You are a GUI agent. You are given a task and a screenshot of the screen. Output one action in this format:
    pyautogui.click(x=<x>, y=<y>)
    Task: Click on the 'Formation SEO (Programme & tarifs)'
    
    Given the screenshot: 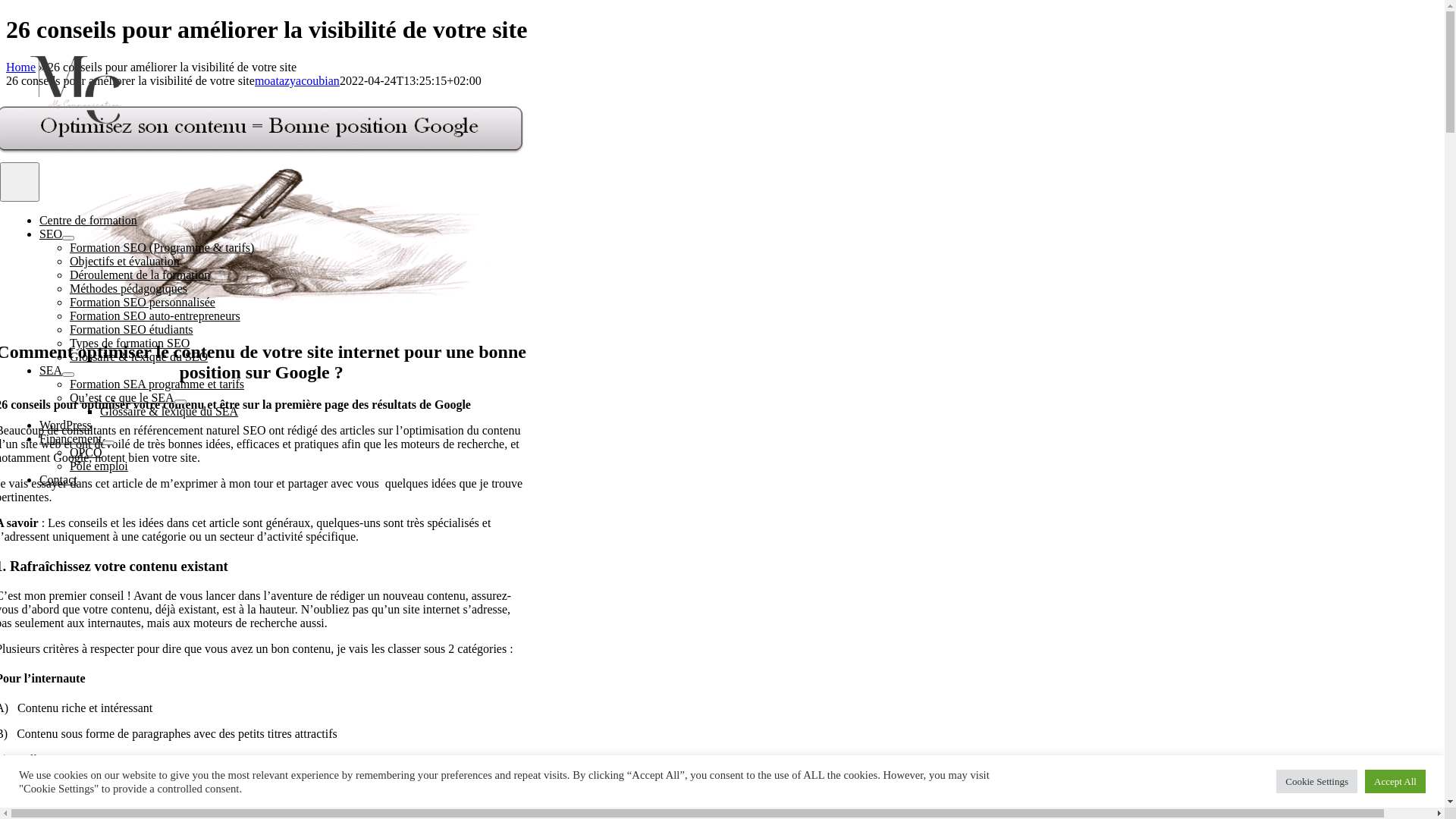 What is the action you would take?
    pyautogui.click(x=68, y=246)
    